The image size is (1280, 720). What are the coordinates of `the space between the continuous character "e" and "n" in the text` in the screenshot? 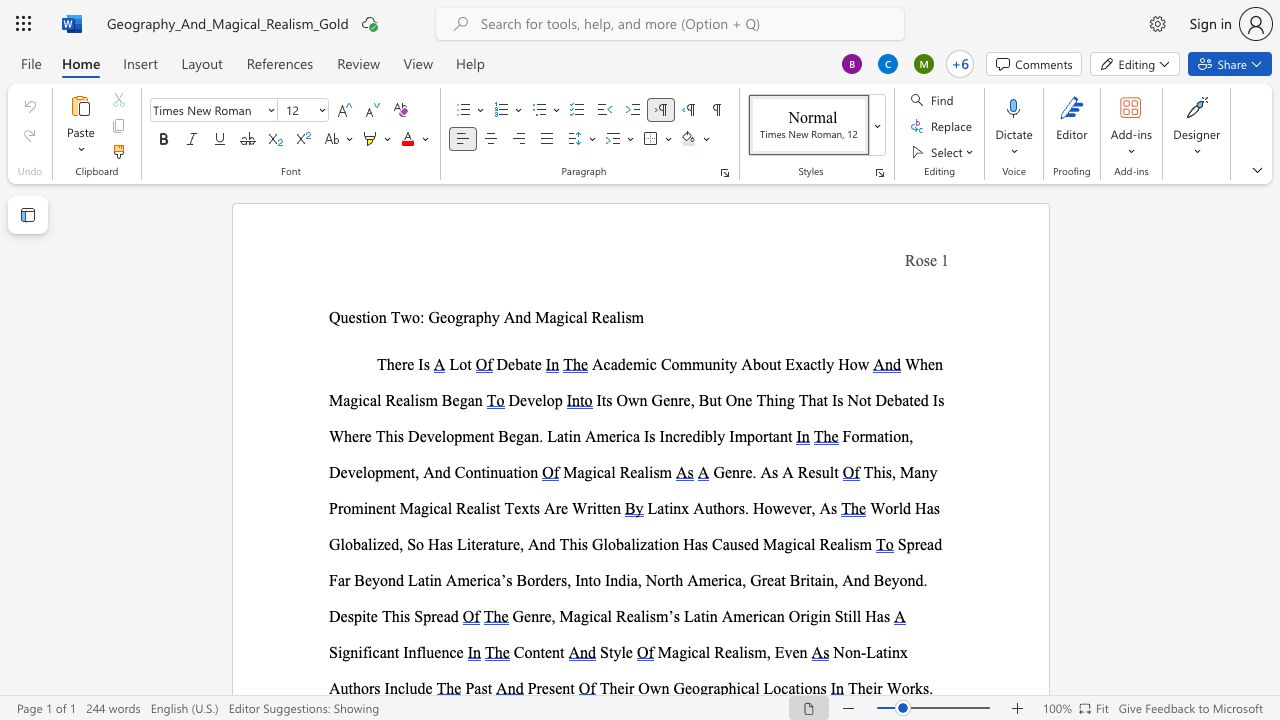 It's located at (531, 615).